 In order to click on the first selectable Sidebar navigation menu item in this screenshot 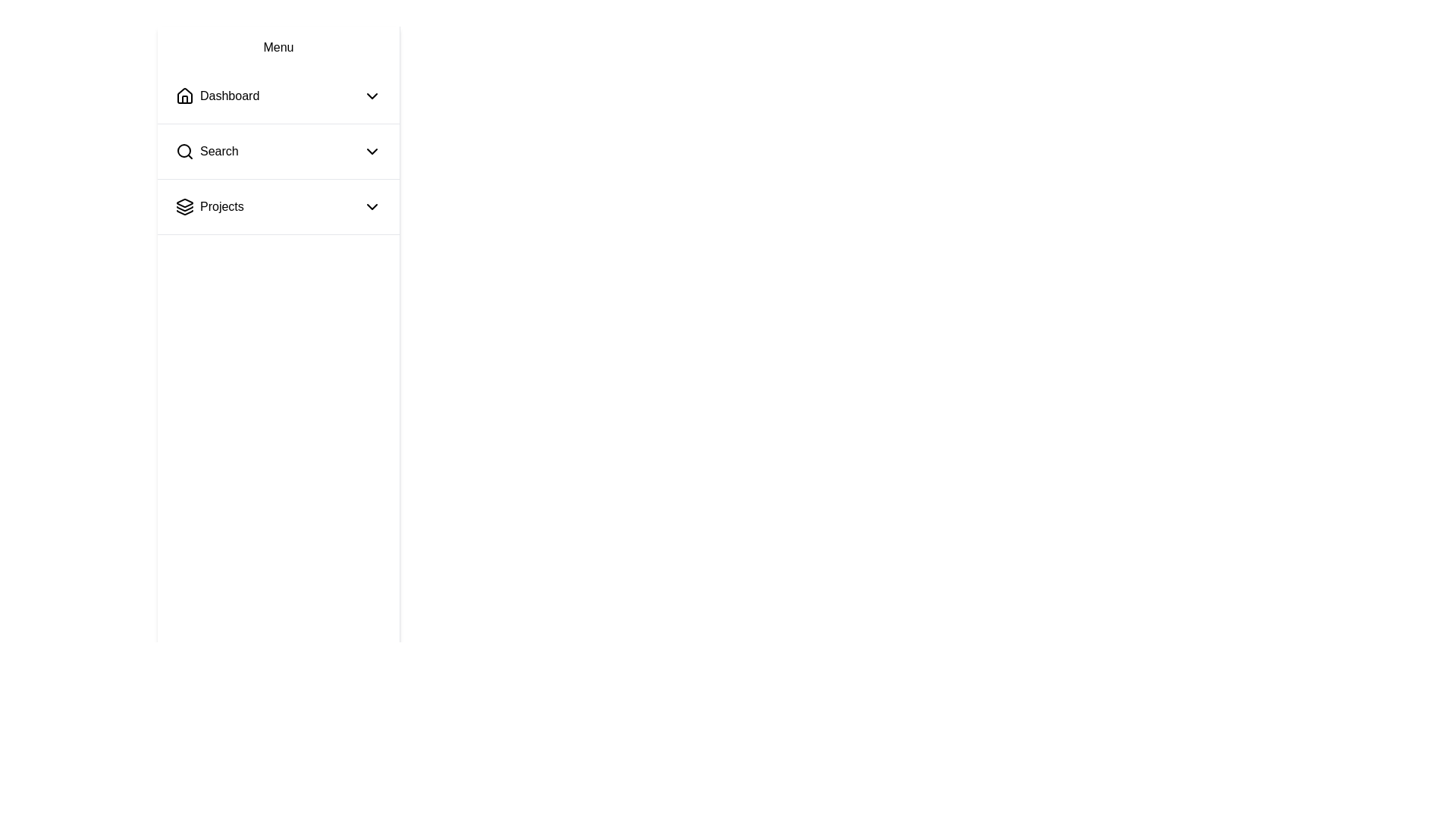, I will do `click(278, 96)`.